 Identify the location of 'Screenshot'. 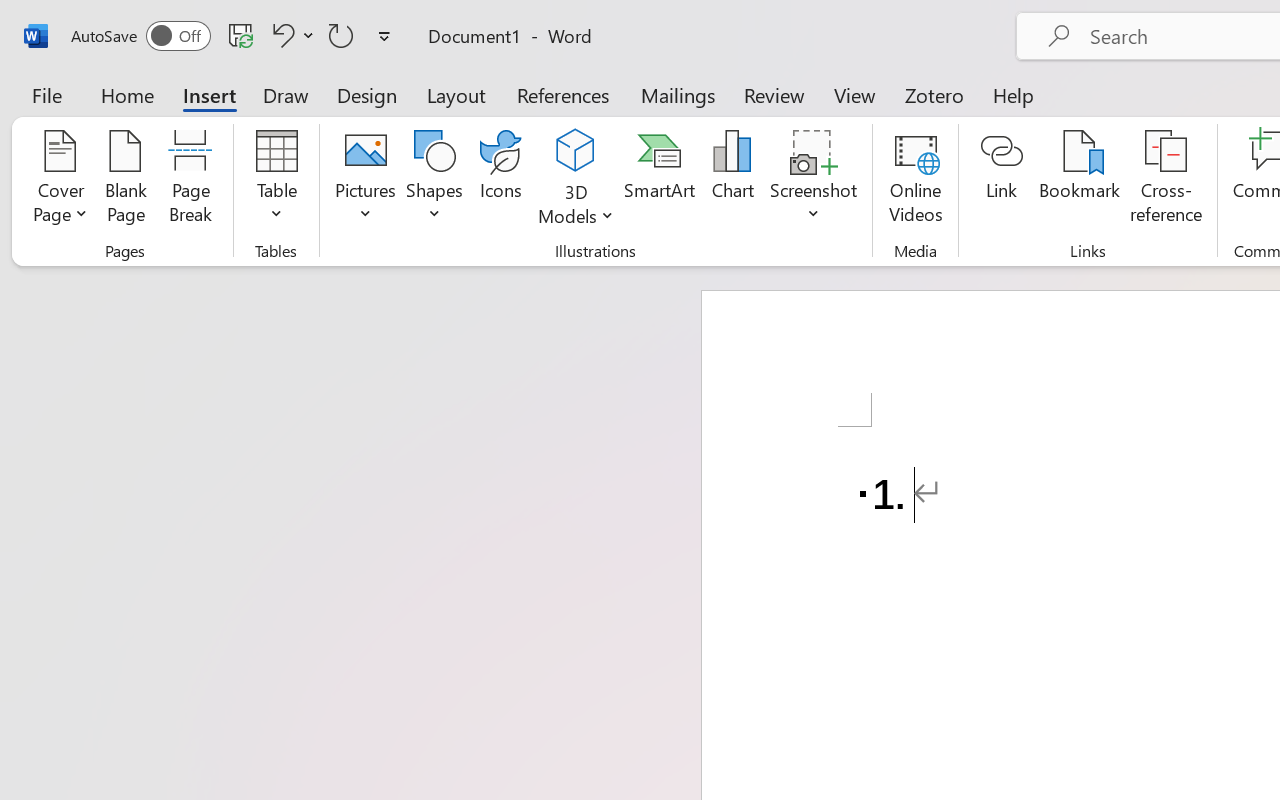
(814, 179).